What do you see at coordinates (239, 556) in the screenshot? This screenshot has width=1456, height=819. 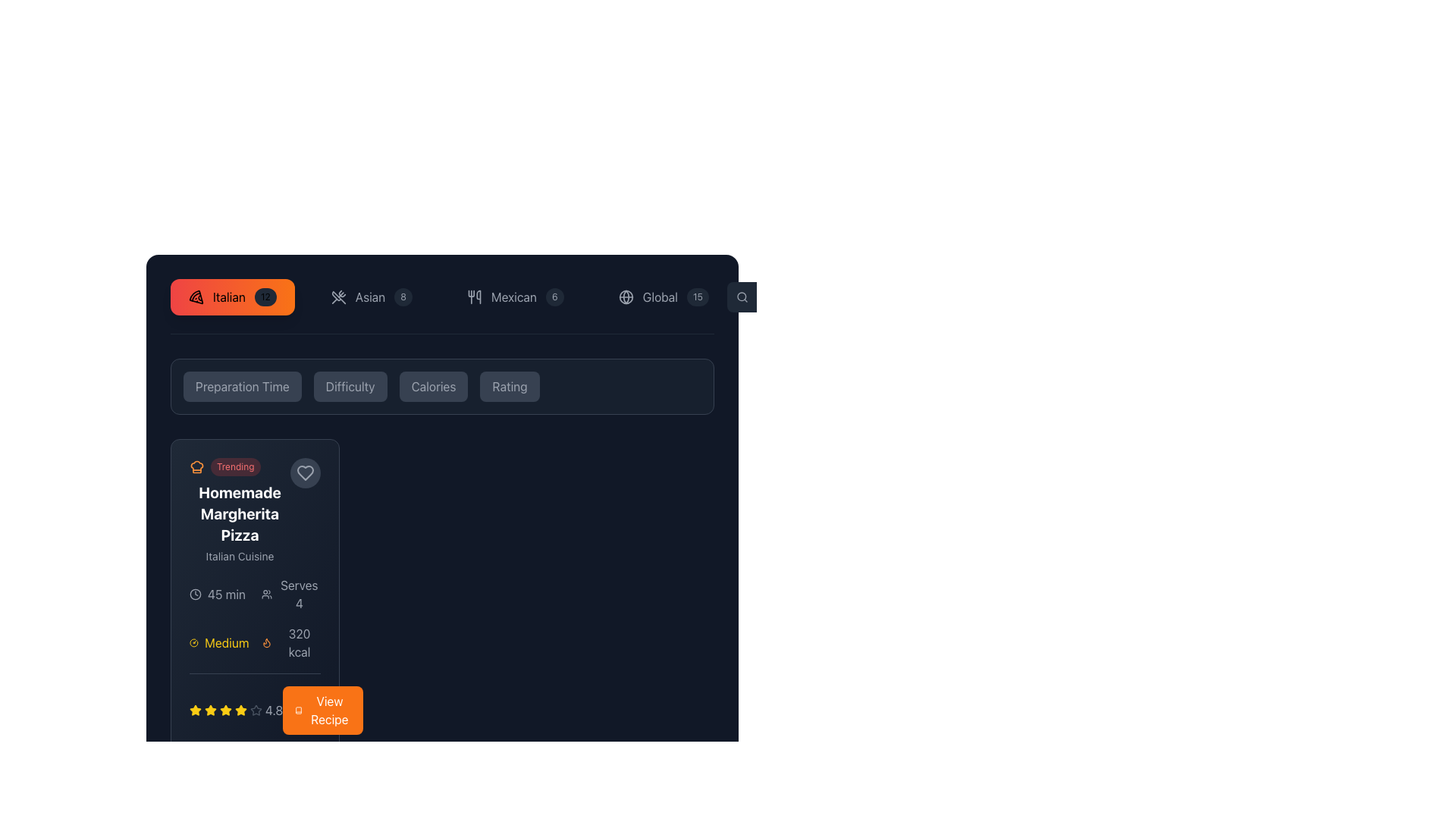 I see `the text label indicating Italian cuisine, which is positioned at the bottom of the card beneath the title 'Homemade Margherita Pizza'` at bounding box center [239, 556].